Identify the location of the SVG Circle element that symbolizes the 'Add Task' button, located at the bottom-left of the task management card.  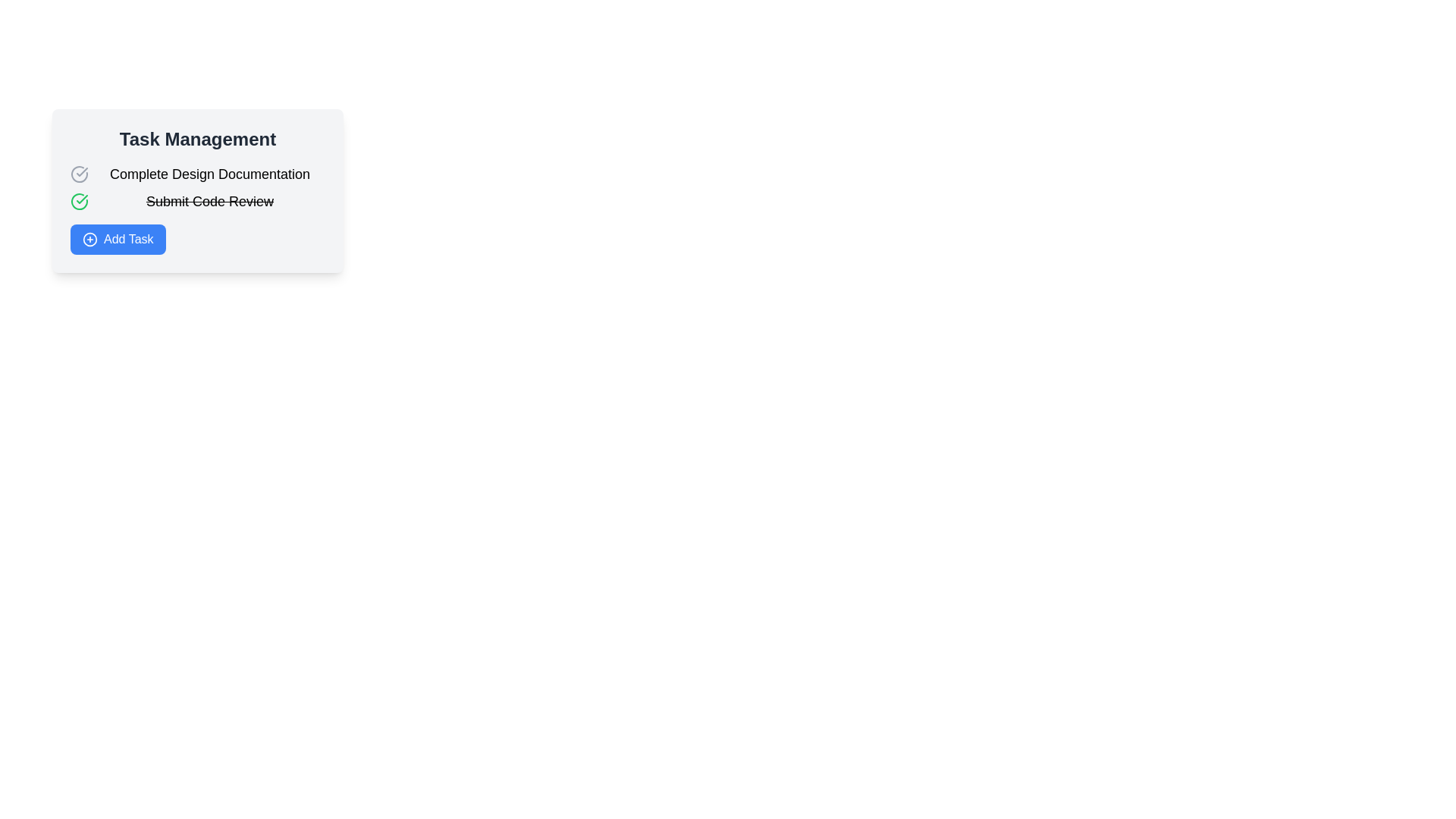
(89, 239).